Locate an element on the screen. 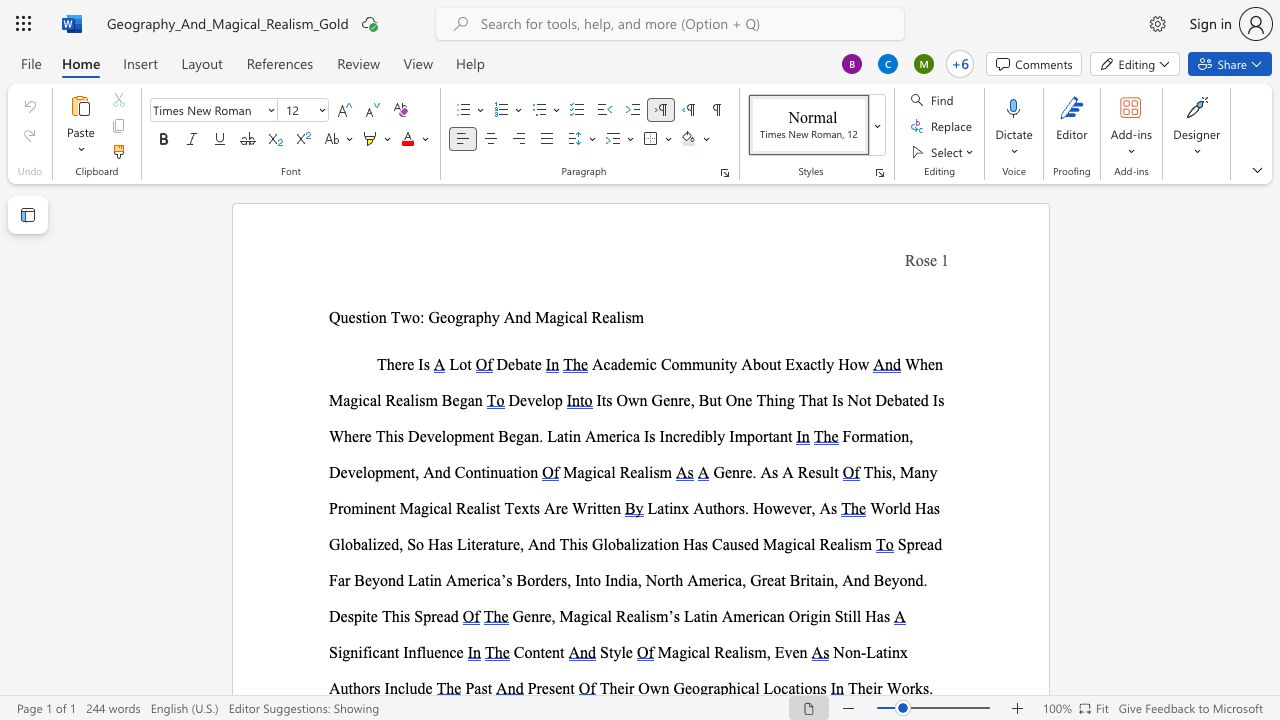  the space between the continuous character "r" and "e" in the text is located at coordinates (560, 507).